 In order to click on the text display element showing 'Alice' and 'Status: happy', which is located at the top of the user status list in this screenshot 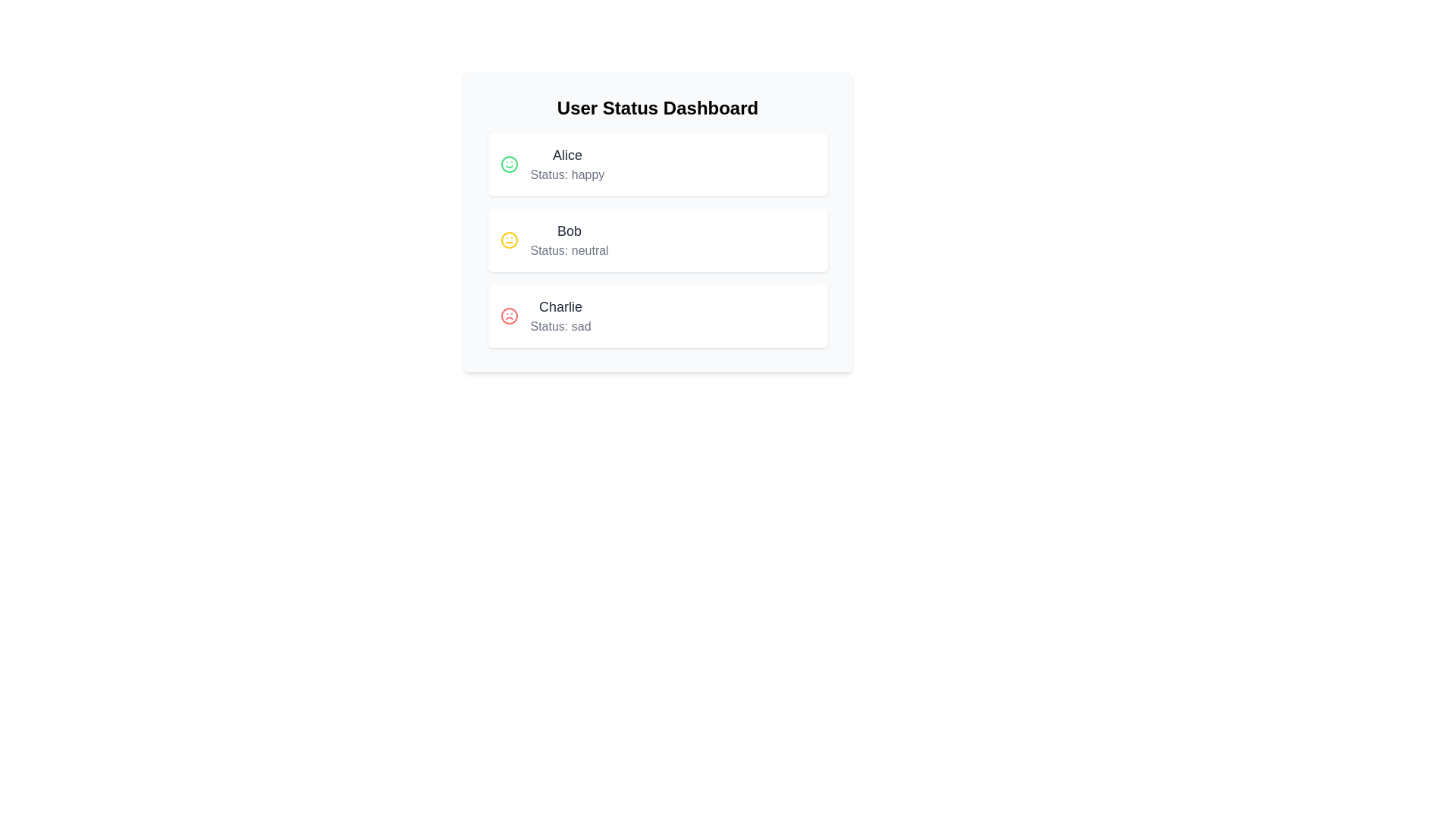, I will do `click(566, 164)`.